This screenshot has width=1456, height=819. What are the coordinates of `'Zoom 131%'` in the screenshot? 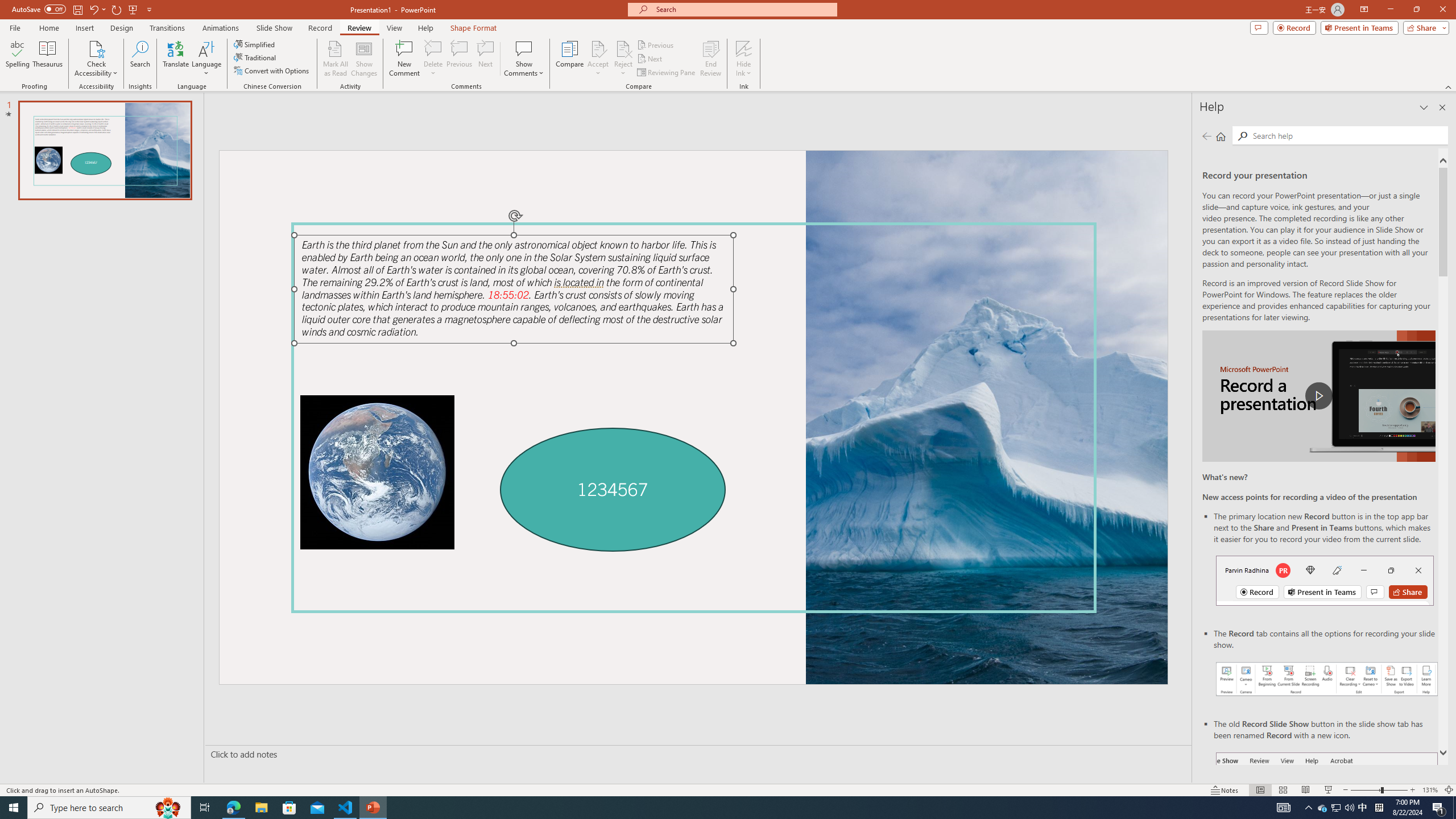 It's located at (1430, 790).